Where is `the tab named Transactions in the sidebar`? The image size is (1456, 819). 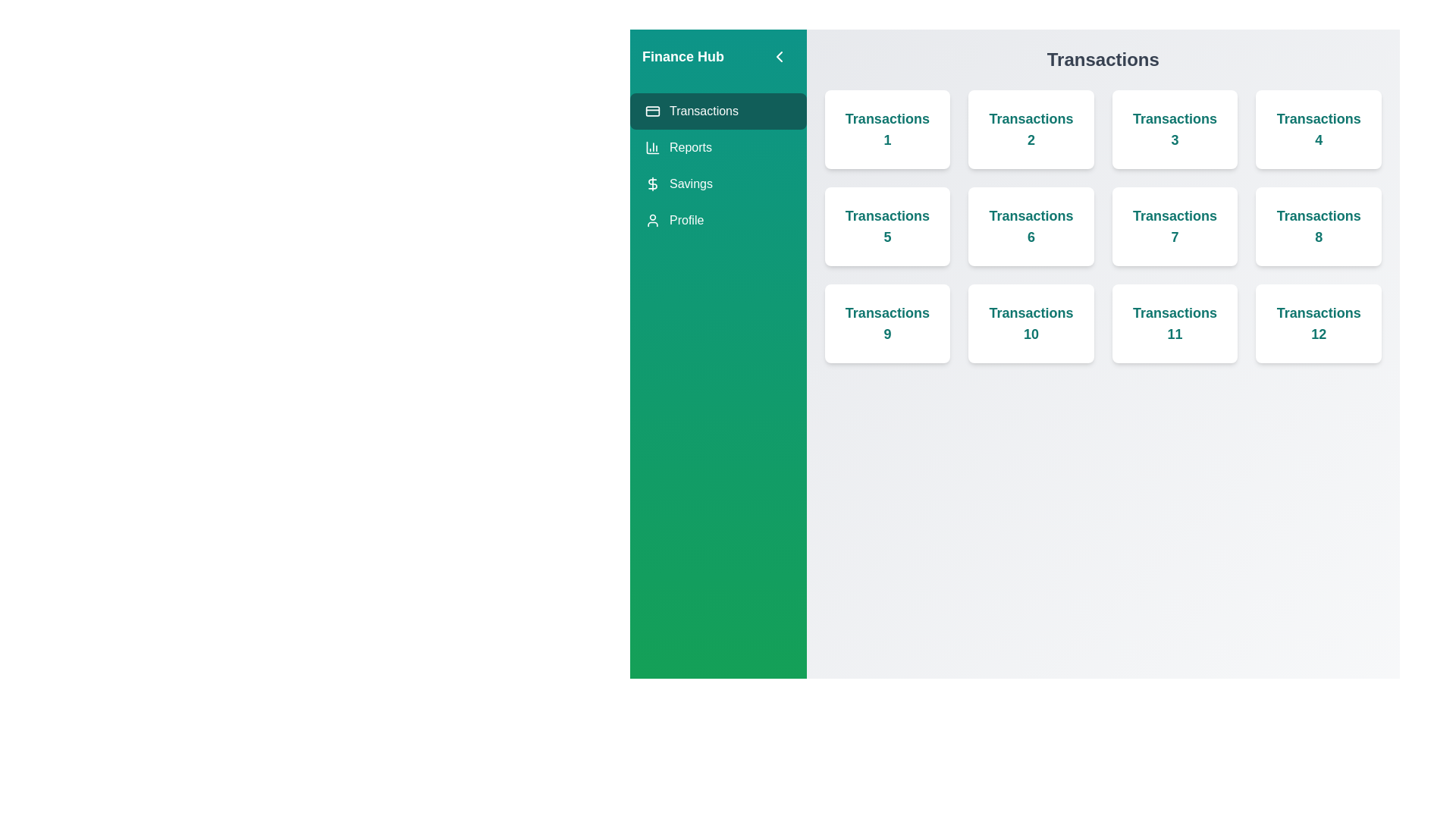 the tab named Transactions in the sidebar is located at coordinates (717, 110).